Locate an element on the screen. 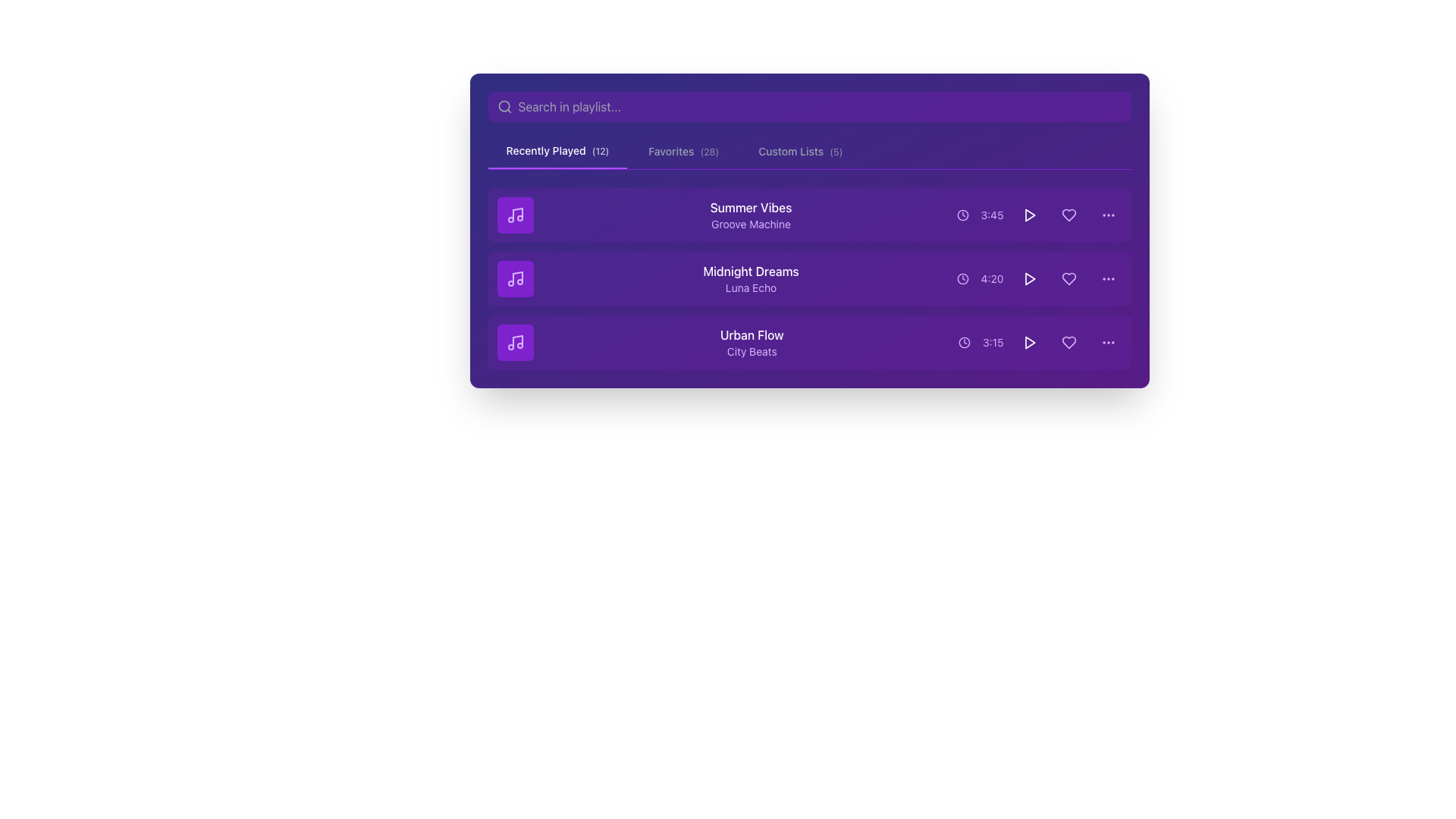 Image resolution: width=1456 pixels, height=819 pixels. the circular SVG component that is part of the search icon located in the top-left corner of the search bar is located at coordinates (504, 105).